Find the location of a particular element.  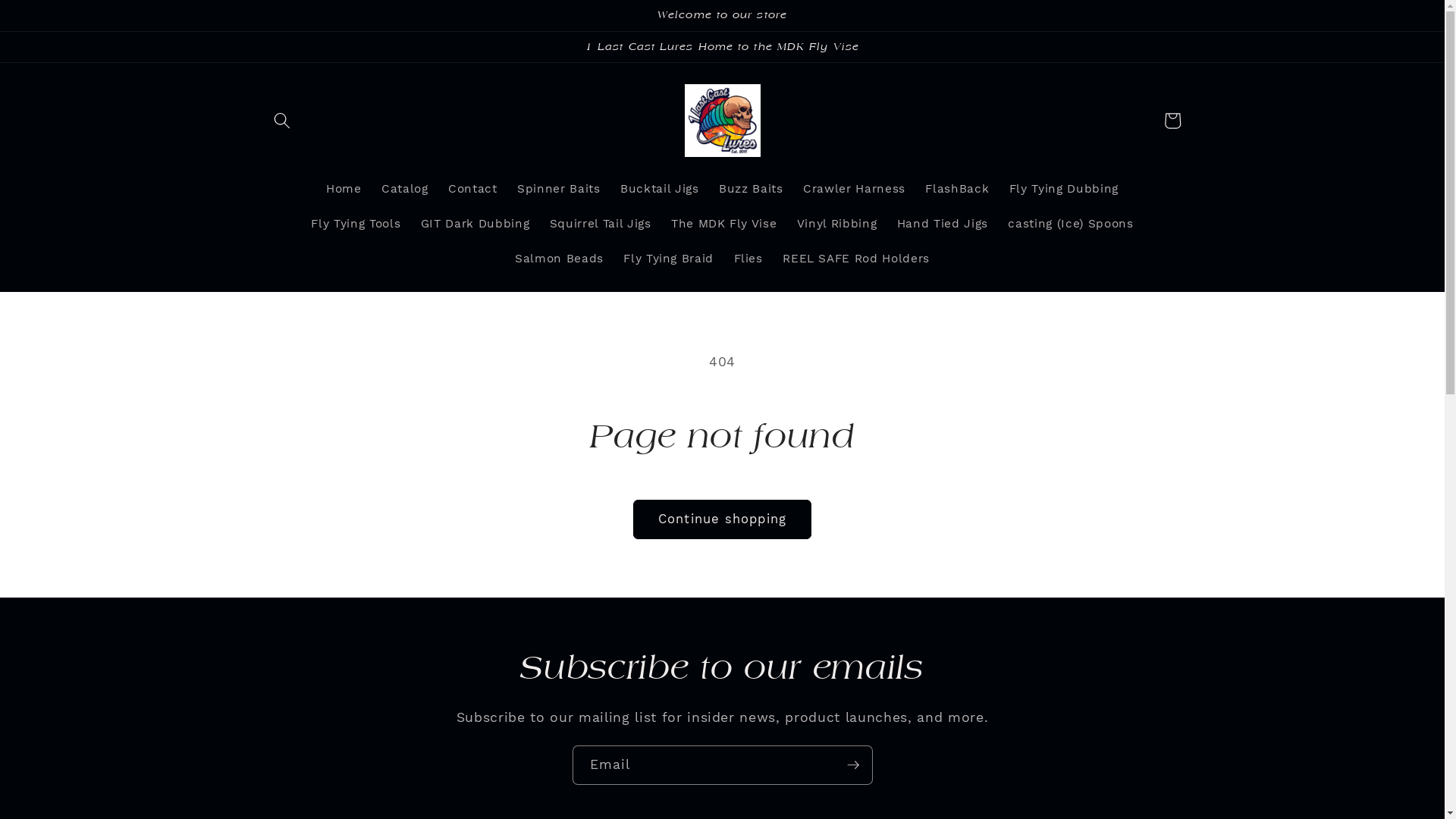

'Spinner Baits' is located at coordinates (558, 189).